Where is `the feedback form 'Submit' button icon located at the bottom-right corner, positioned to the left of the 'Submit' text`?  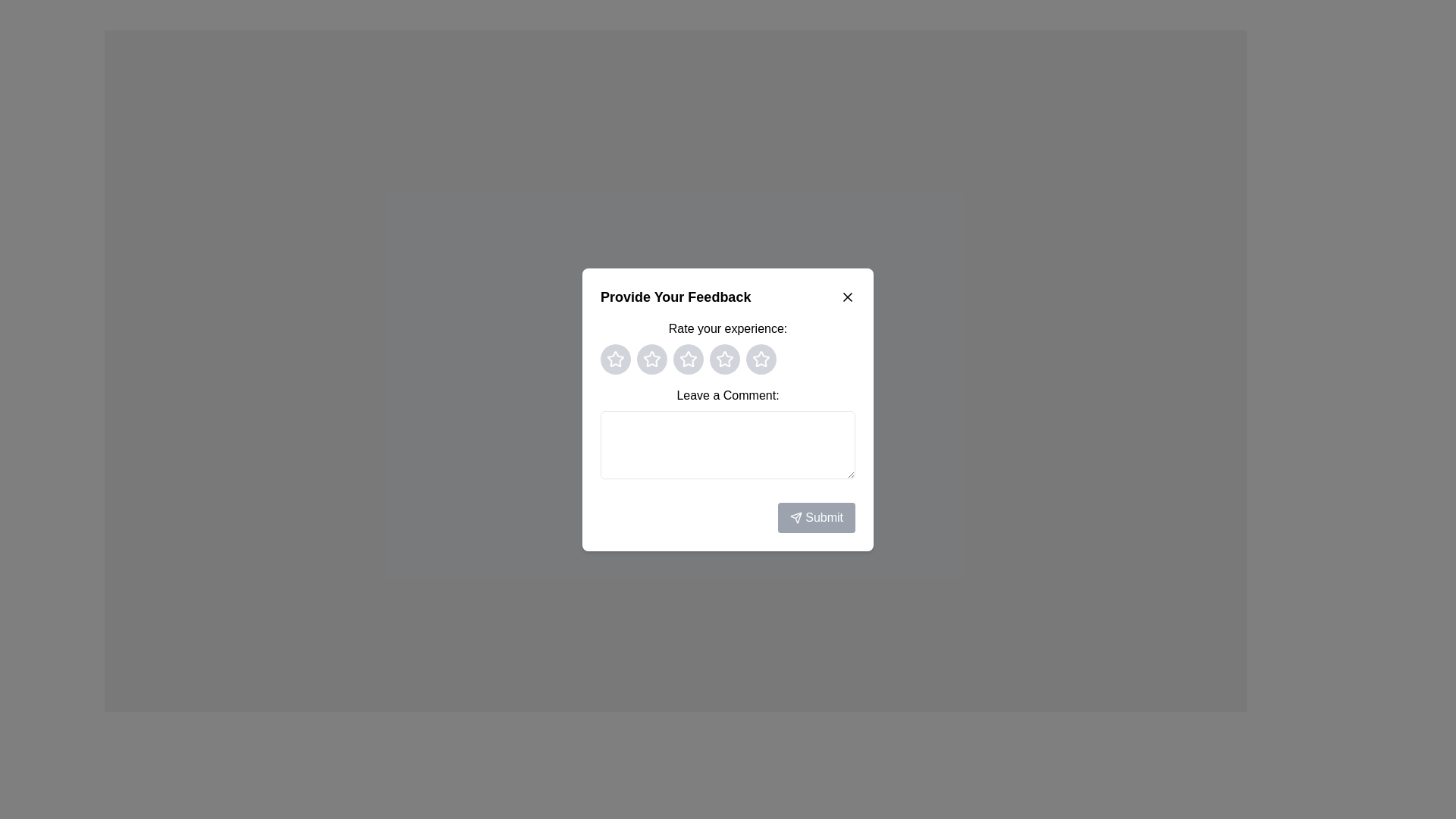 the feedback form 'Submit' button icon located at the bottom-right corner, positioned to the left of the 'Submit' text is located at coordinates (795, 517).